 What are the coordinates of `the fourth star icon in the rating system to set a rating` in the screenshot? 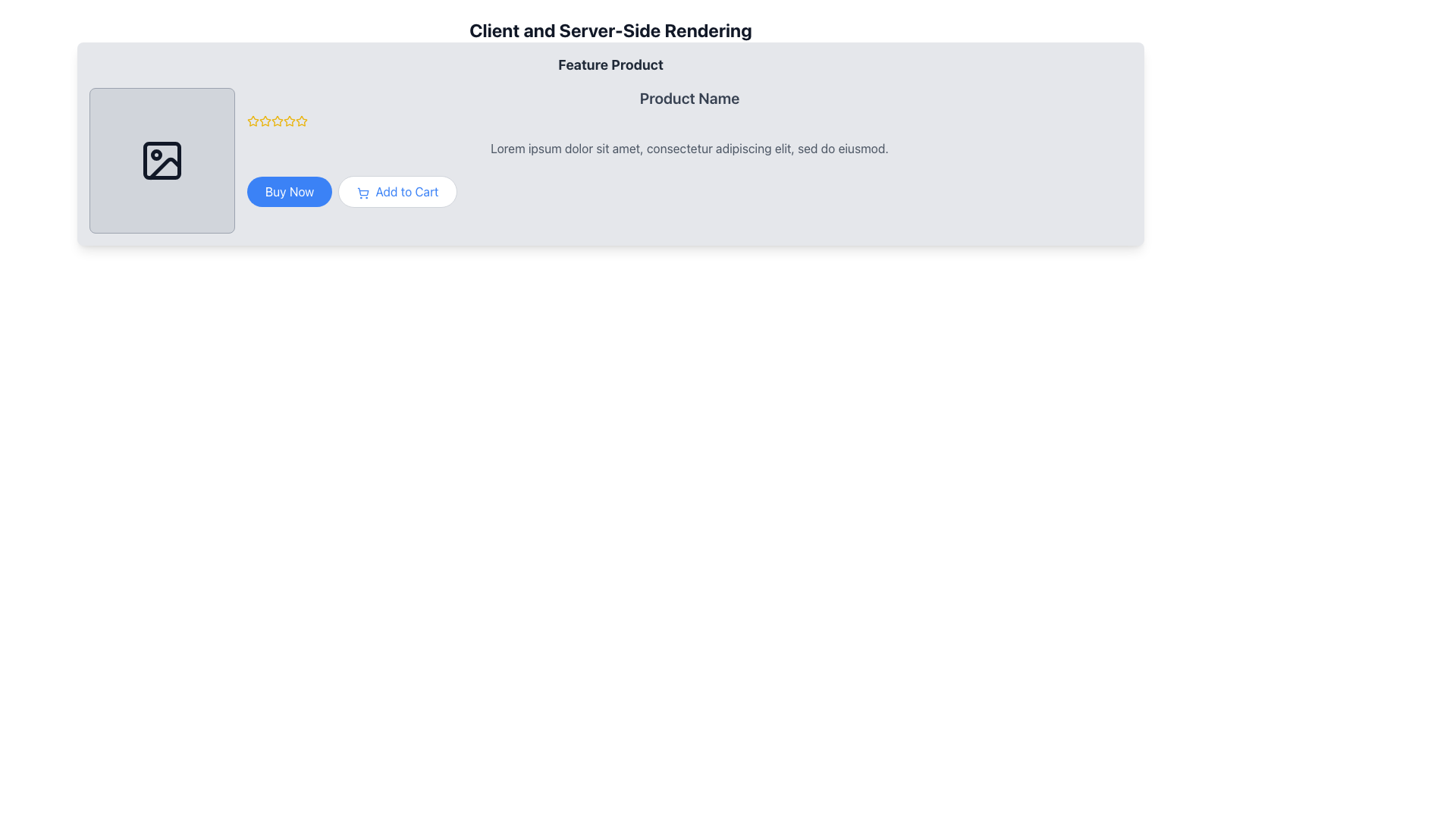 It's located at (302, 120).